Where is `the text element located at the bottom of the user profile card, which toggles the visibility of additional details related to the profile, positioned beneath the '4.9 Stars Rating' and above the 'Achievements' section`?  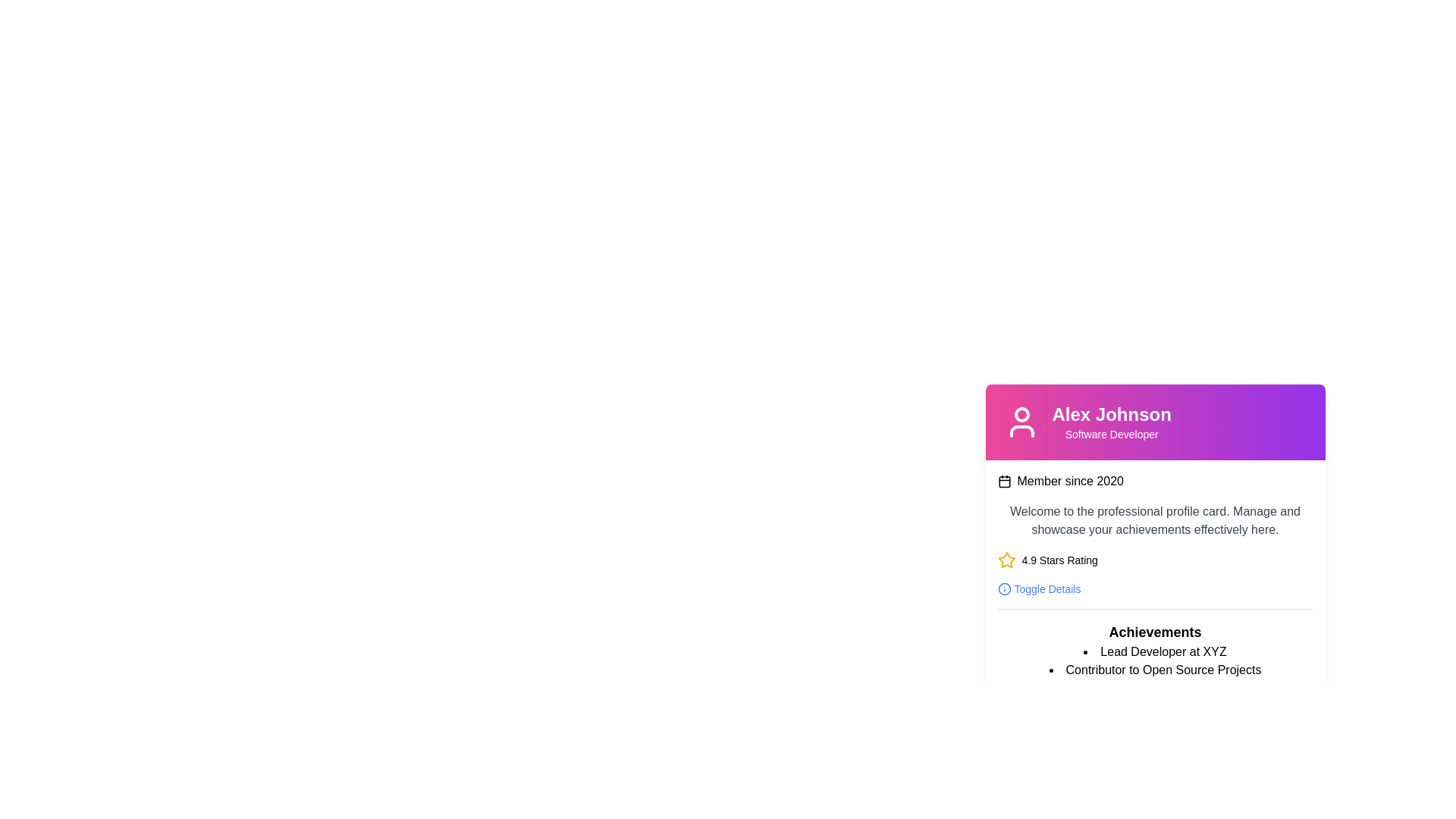 the text element located at the bottom of the user profile card, which toggles the visibility of additional details related to the profile, positioned beneath the '4.9 Stars Rating' and above the 'Achievements' section is located at coordinates (1046, 588).